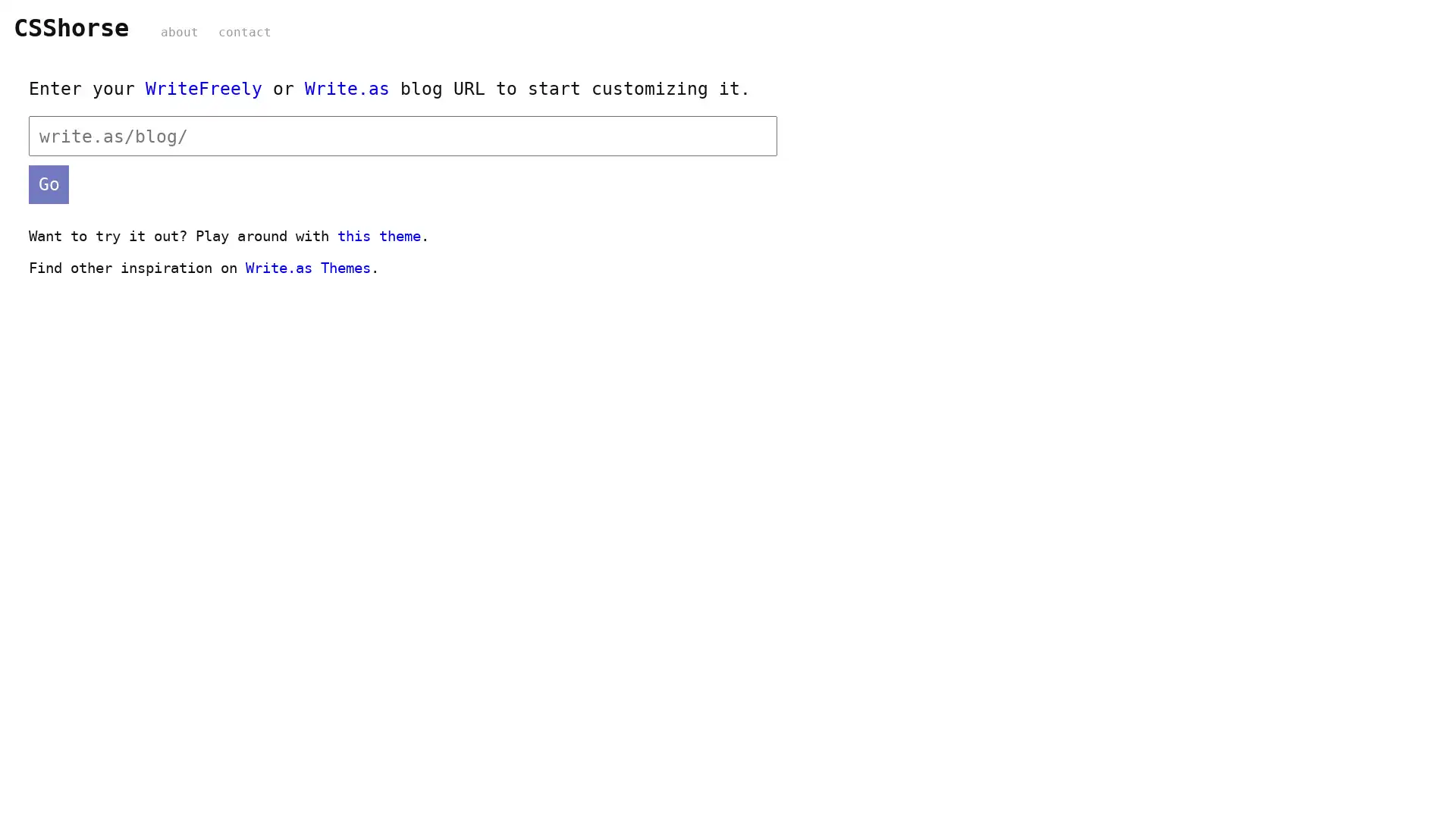 Image resolution: width=1456 pixels, height=819 pixels. I want to click on Go, so click(49, 183).